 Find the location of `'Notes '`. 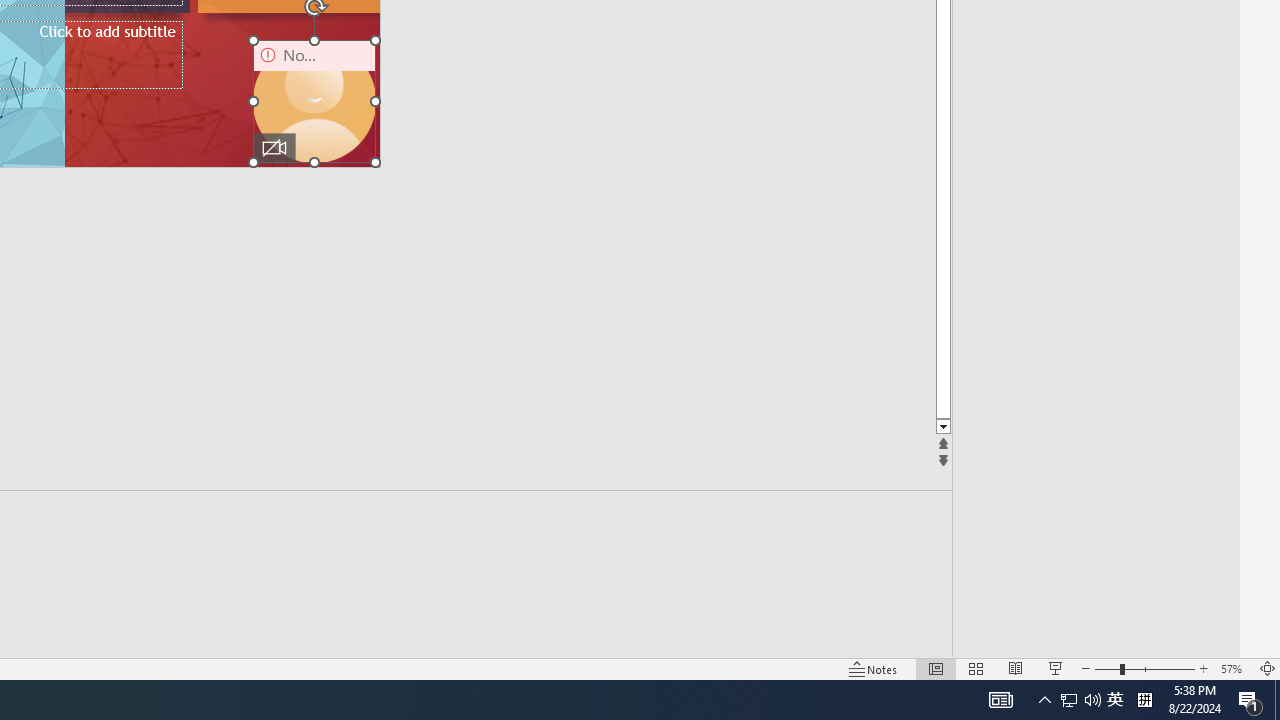

'Notes ' is located at coordinates (874, 669).